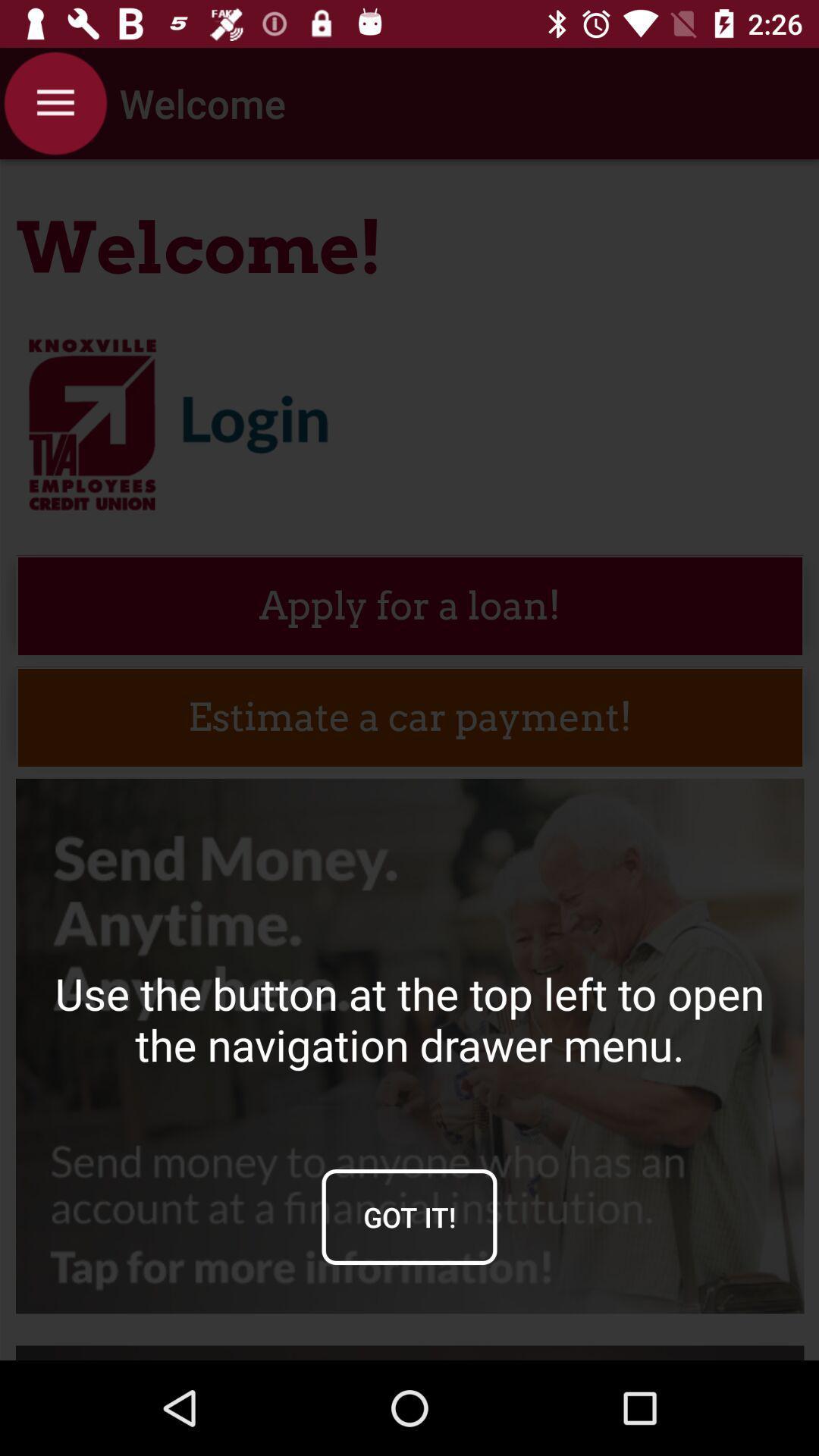 The image size is (819, 1456). I want to click on got it! item, so click(409, 1216).